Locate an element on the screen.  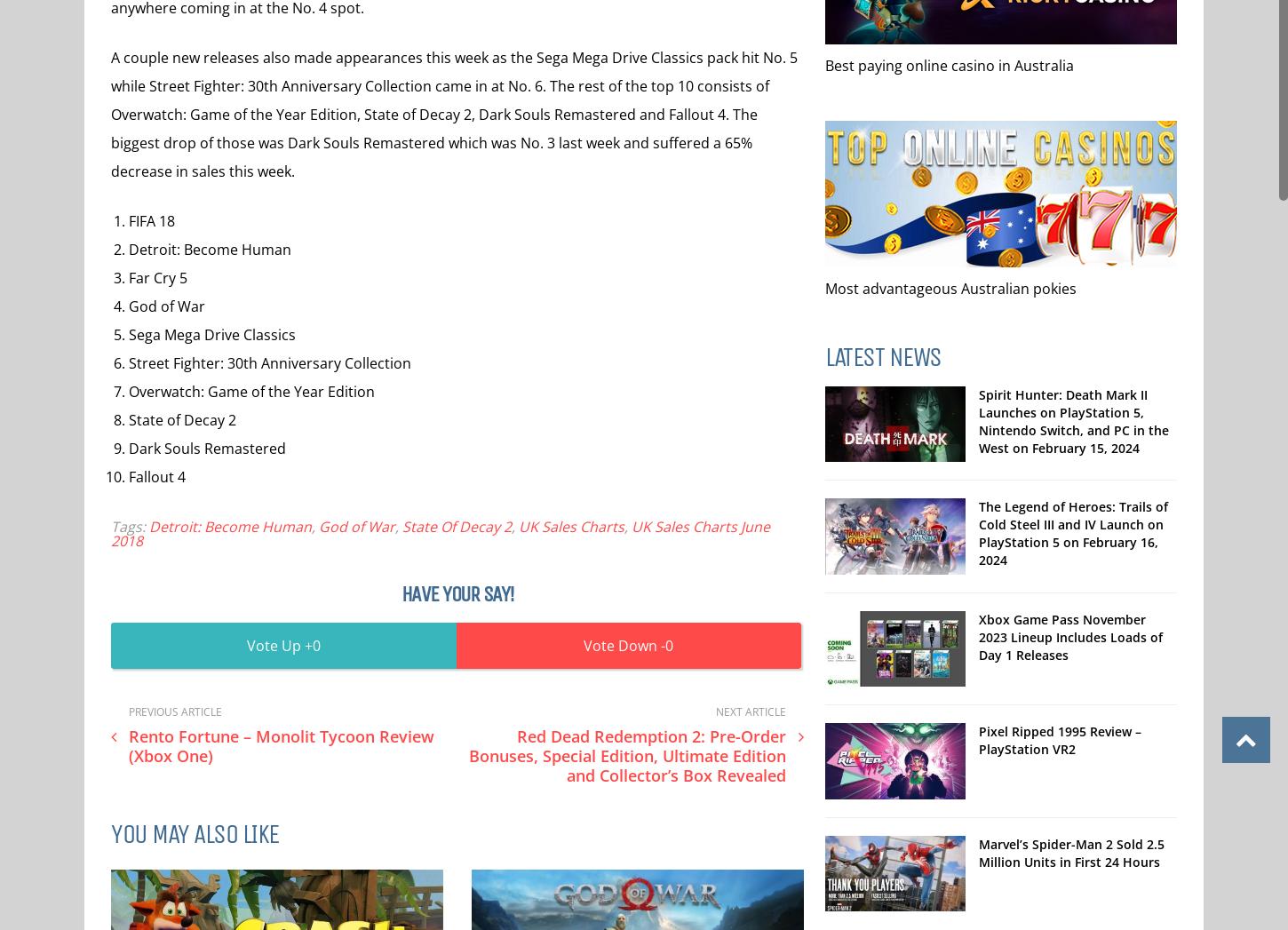
'Overwatch: Game of the Year Edition' is located at coordinates (251, 391).